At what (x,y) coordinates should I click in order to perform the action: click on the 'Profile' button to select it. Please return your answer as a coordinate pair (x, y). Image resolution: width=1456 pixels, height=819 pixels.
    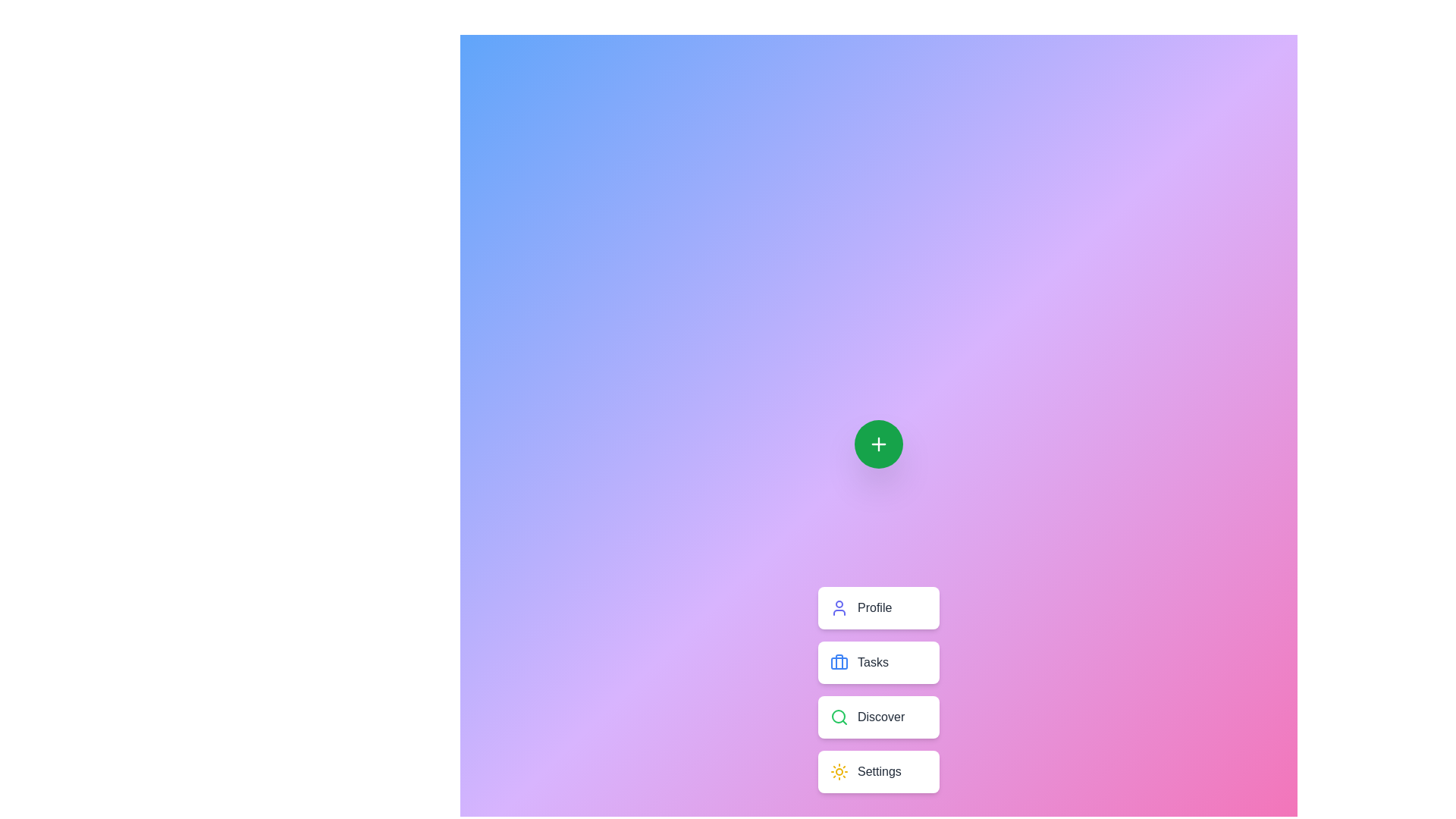
    Looking at the image, I should click on (878, 607).